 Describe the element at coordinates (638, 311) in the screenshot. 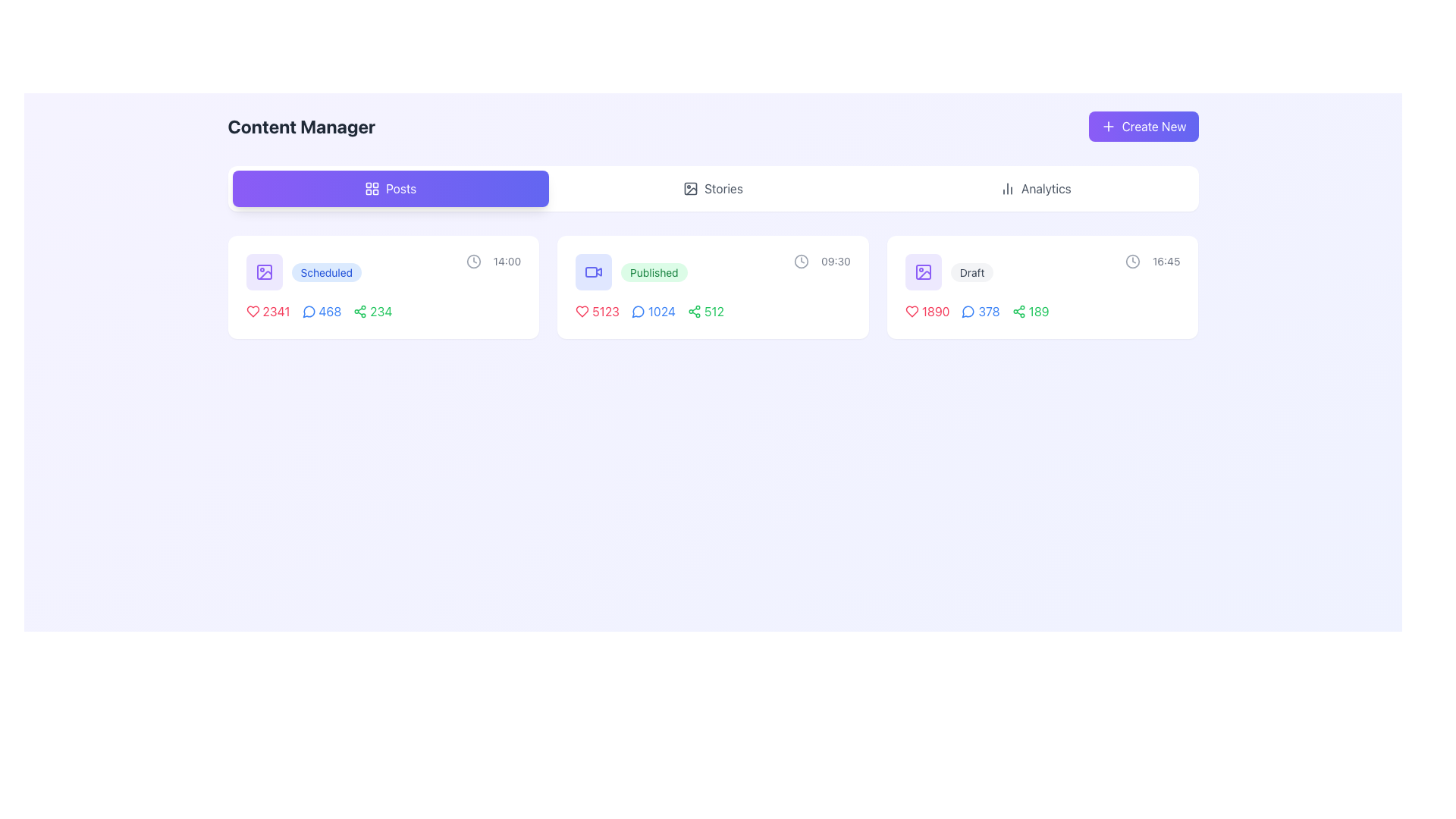

I see `the SVG icon resembling a message bubble located to the left of the number 1024 in the middle card representing a published post` at that location.